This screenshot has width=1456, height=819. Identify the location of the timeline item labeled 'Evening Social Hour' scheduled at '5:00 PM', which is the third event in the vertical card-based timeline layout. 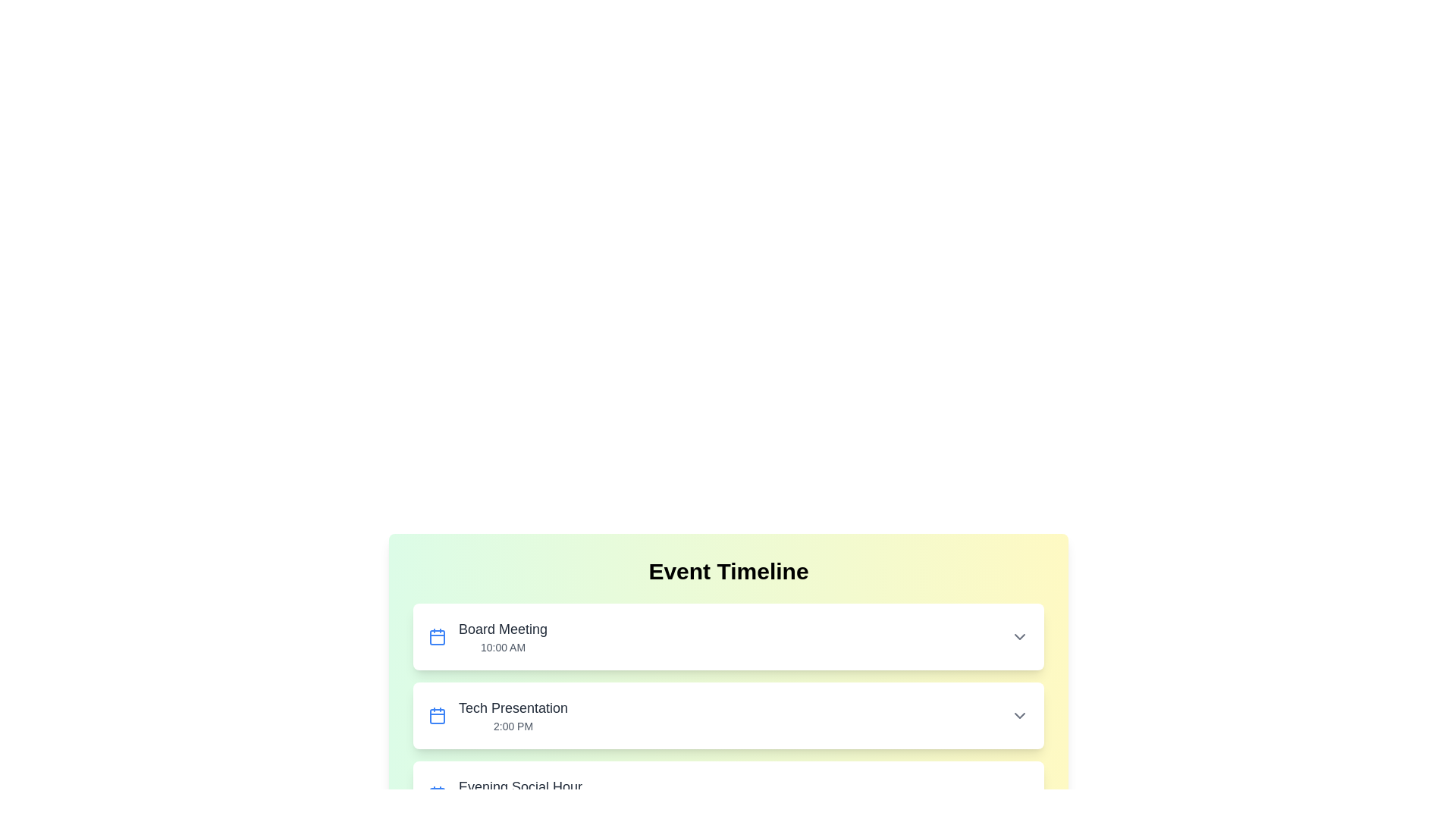
(520, 794).